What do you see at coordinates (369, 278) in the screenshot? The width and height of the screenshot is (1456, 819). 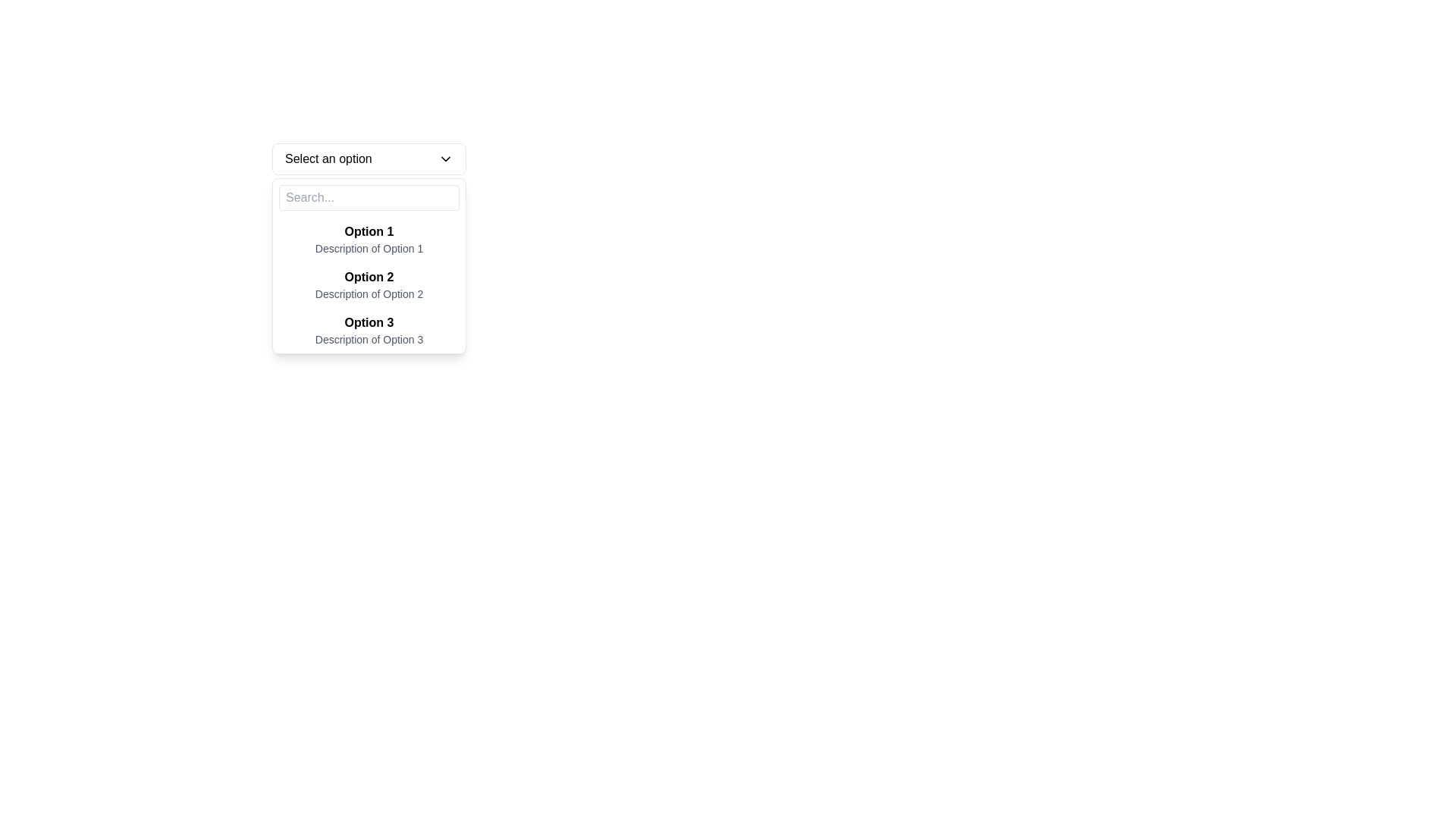 I see `the bolded title text of 'Option 2' within the dropdown menu` at bounding box center [369, 278].